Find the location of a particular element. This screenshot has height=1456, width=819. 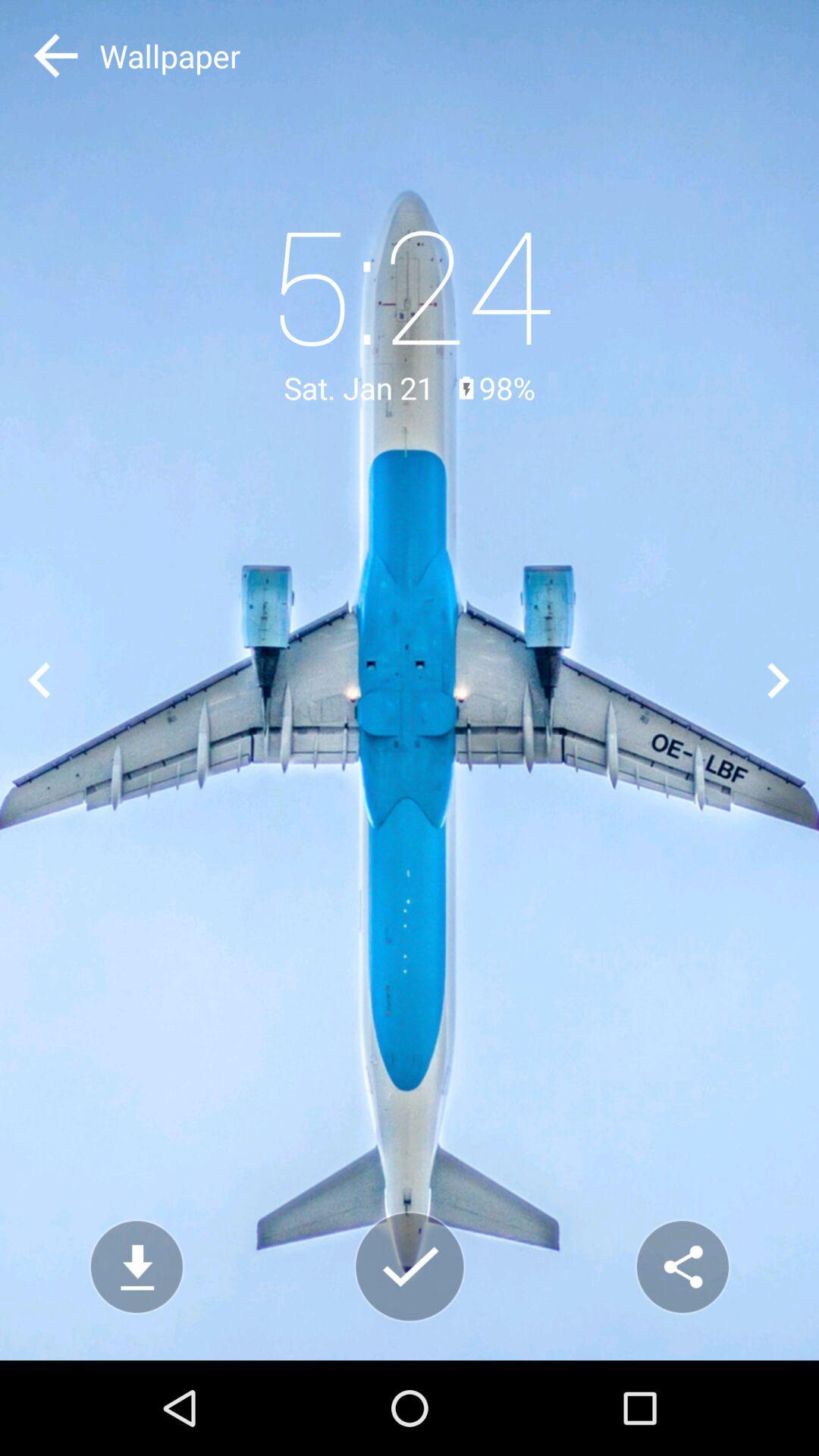

select is located at coordinates (409, 1266).